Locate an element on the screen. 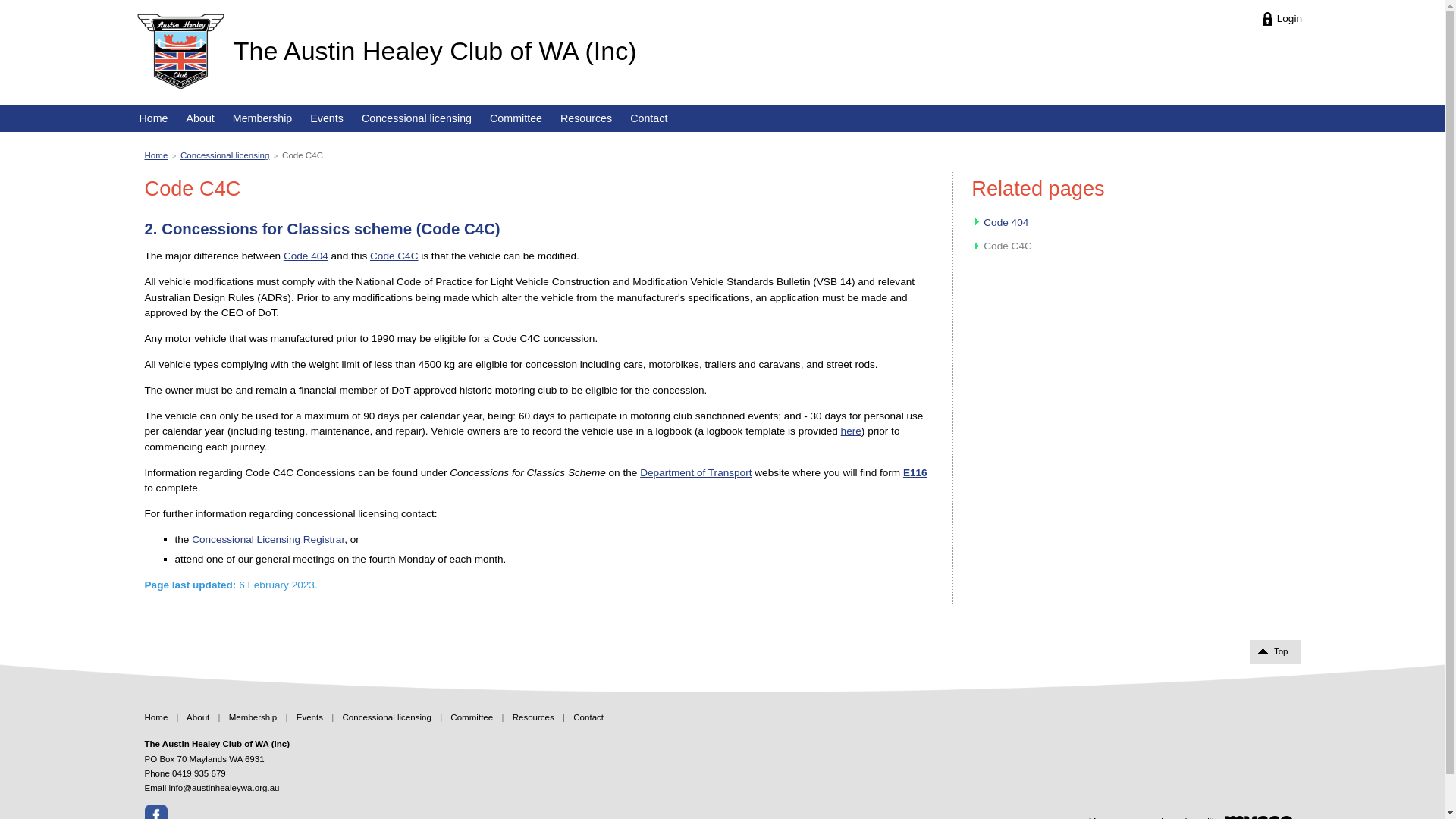 Image resolution: width=1456 pixels, height=819 pixels. 'About' is located at coordinates (185, 717).